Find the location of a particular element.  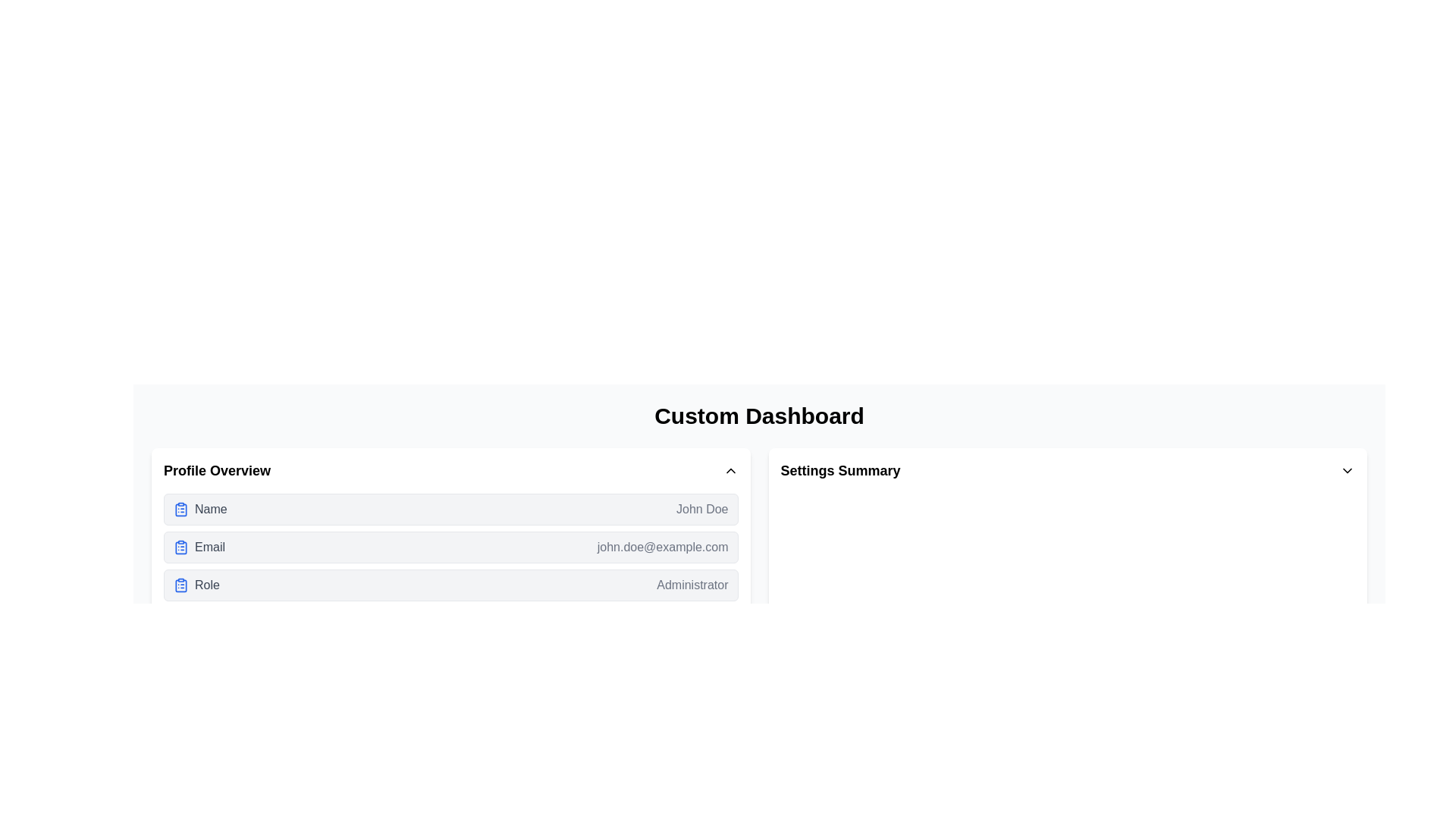

the 'Email' text label, which is styled in gray color and medium font weight, located in the 'Profile Overview' section, positioned between the 'Name' and 'Role' labels is located at coordinates (209, 547).